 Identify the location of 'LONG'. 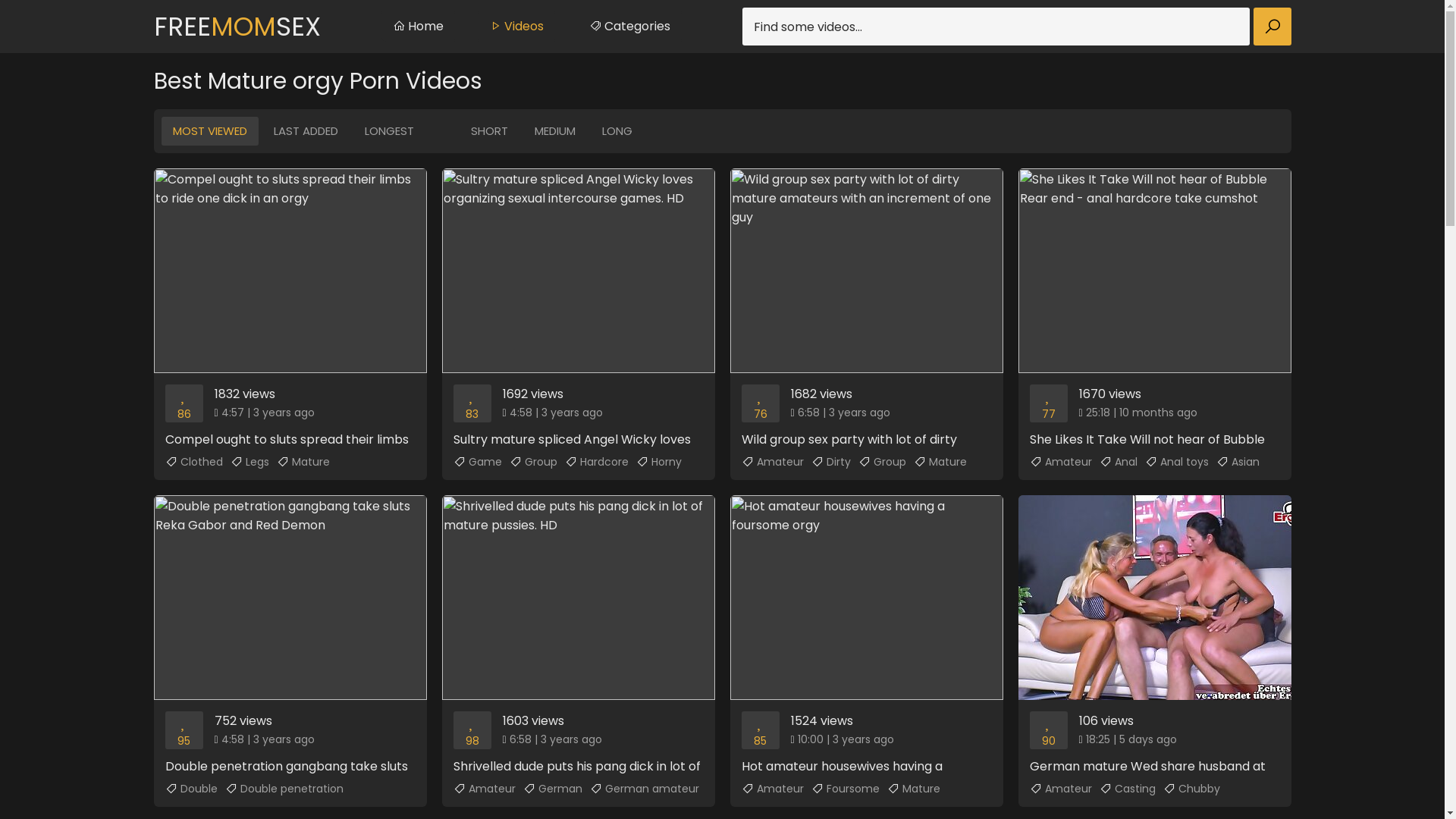
(616, 130).